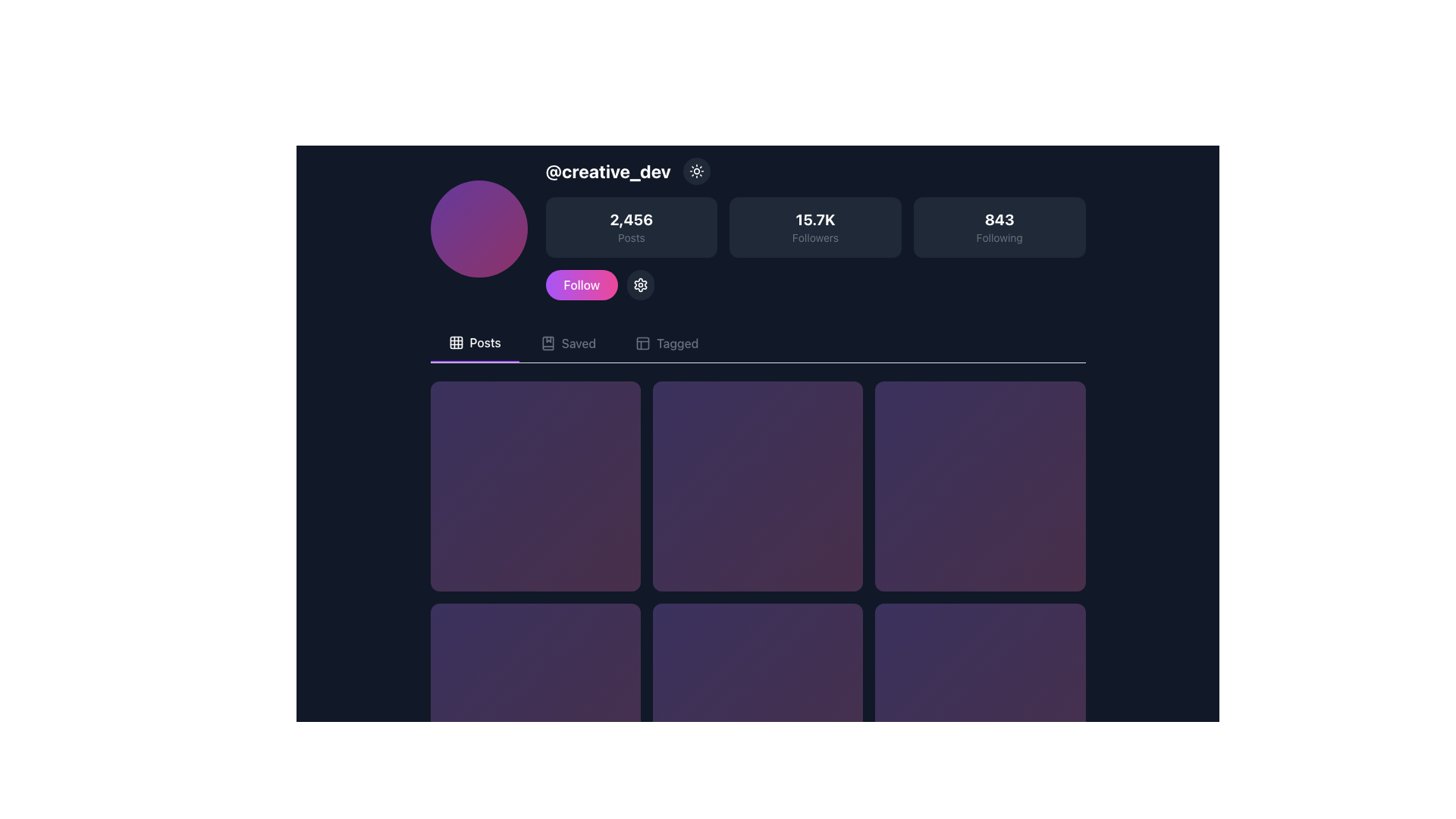  What do you see at coordinates (695, 171) in the screenshot?
I see `the circular sun icon with a dark theme located near the top right of the interface, next to the username display` at bounding box center [695, 171].